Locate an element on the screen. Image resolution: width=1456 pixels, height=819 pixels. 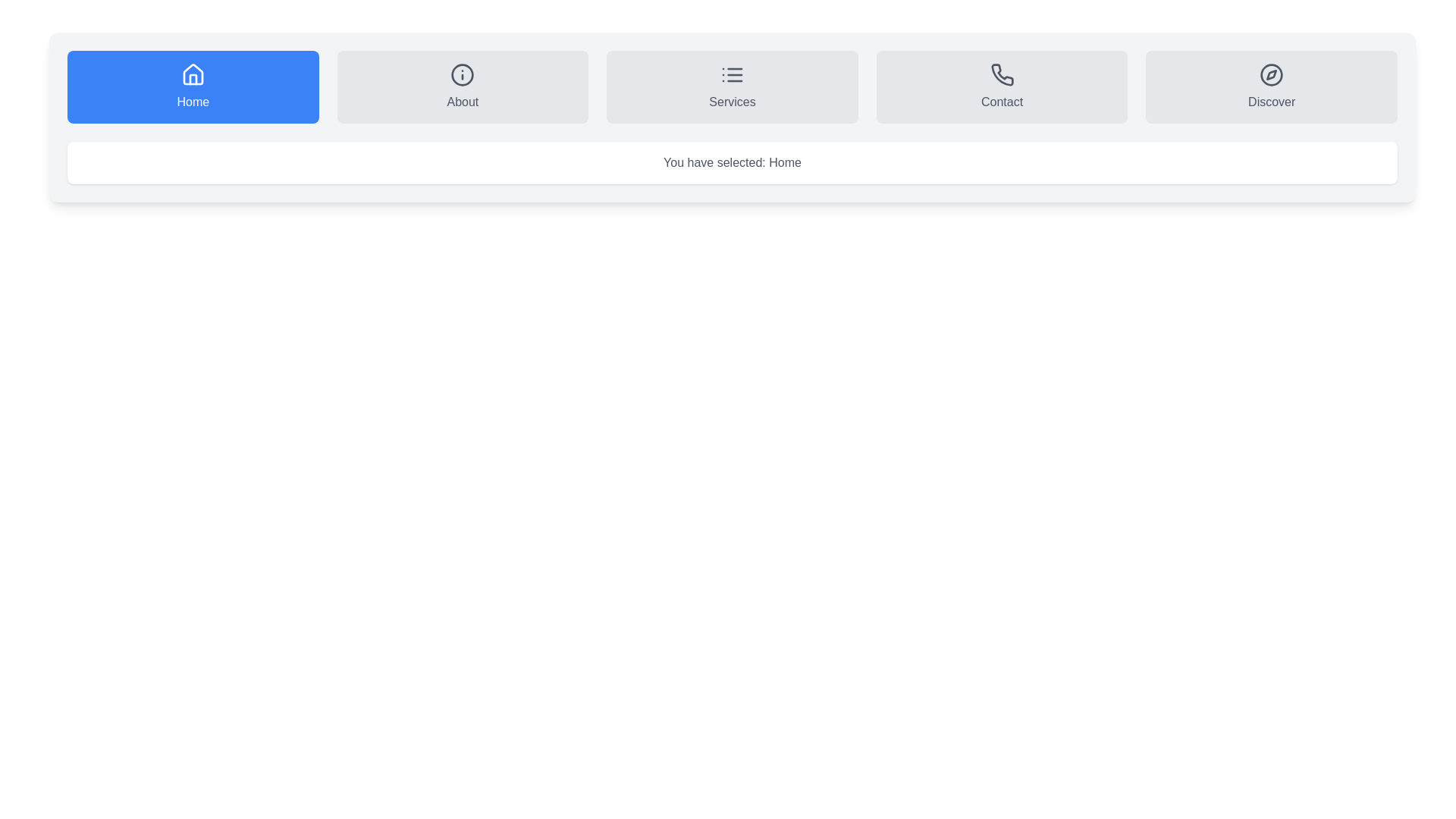
the 'Discover' SVG Icon located at the top center of the navigation button on the far right of the navigation bar is located at coordinates (1272, 75).